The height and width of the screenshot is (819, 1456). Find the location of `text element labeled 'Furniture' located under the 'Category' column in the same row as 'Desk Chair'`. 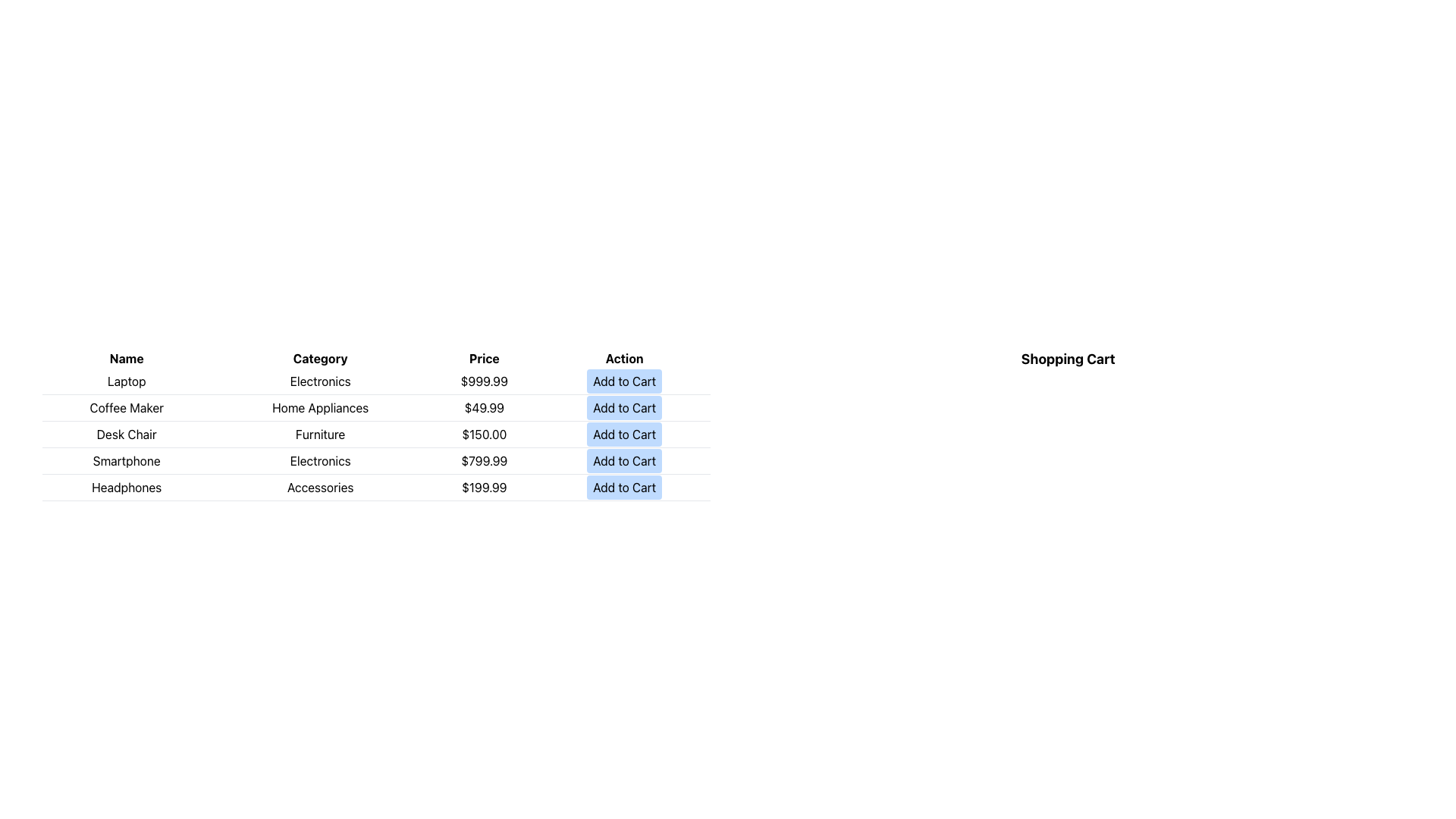

text element labeled 'Furniture' located under the 'Category' column in the same row as 'Desk Chair' is located at coordinates (319, 435).